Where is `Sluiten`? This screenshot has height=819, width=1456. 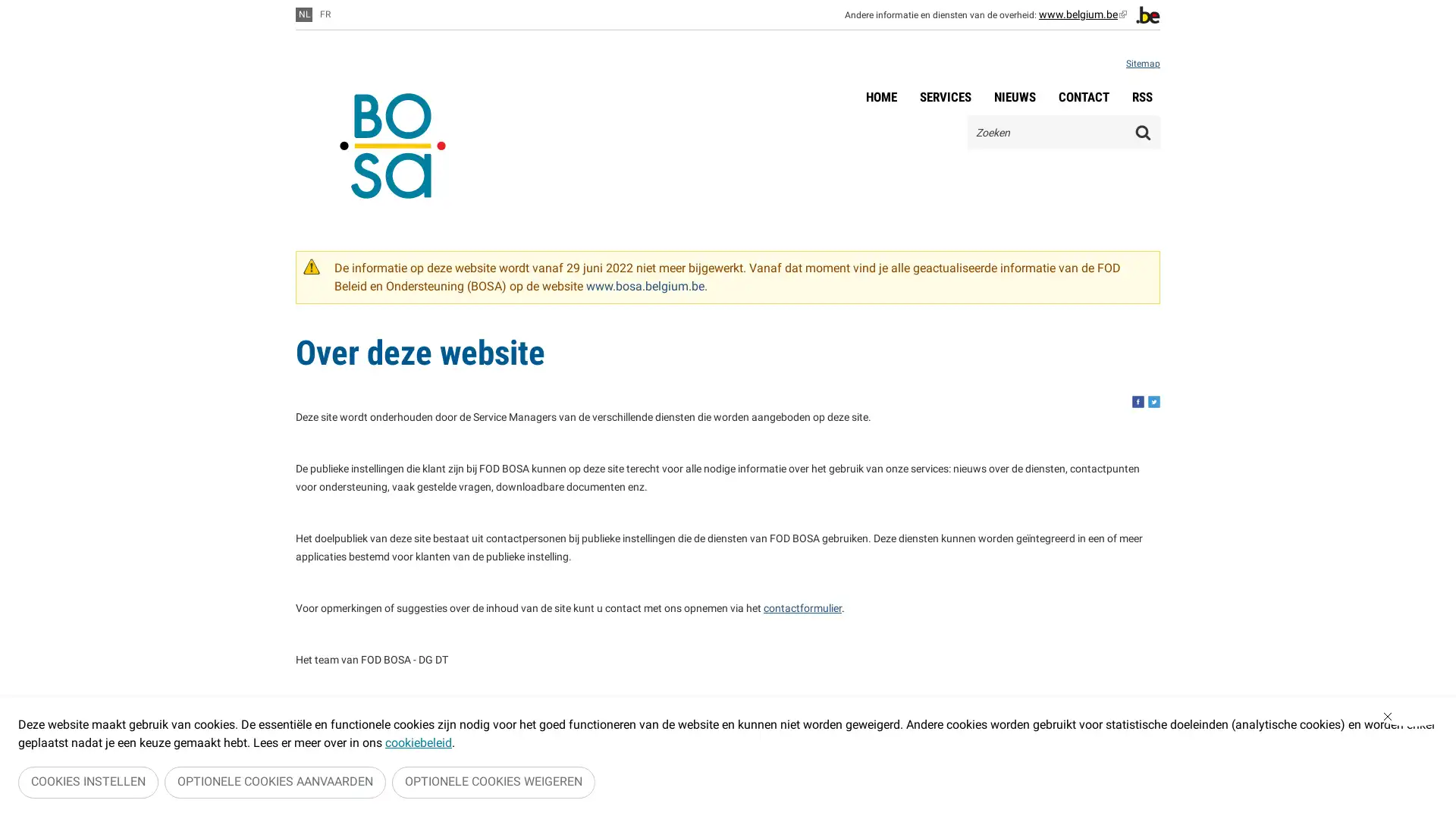 Sluiten is located at coordinates (1411, 720).